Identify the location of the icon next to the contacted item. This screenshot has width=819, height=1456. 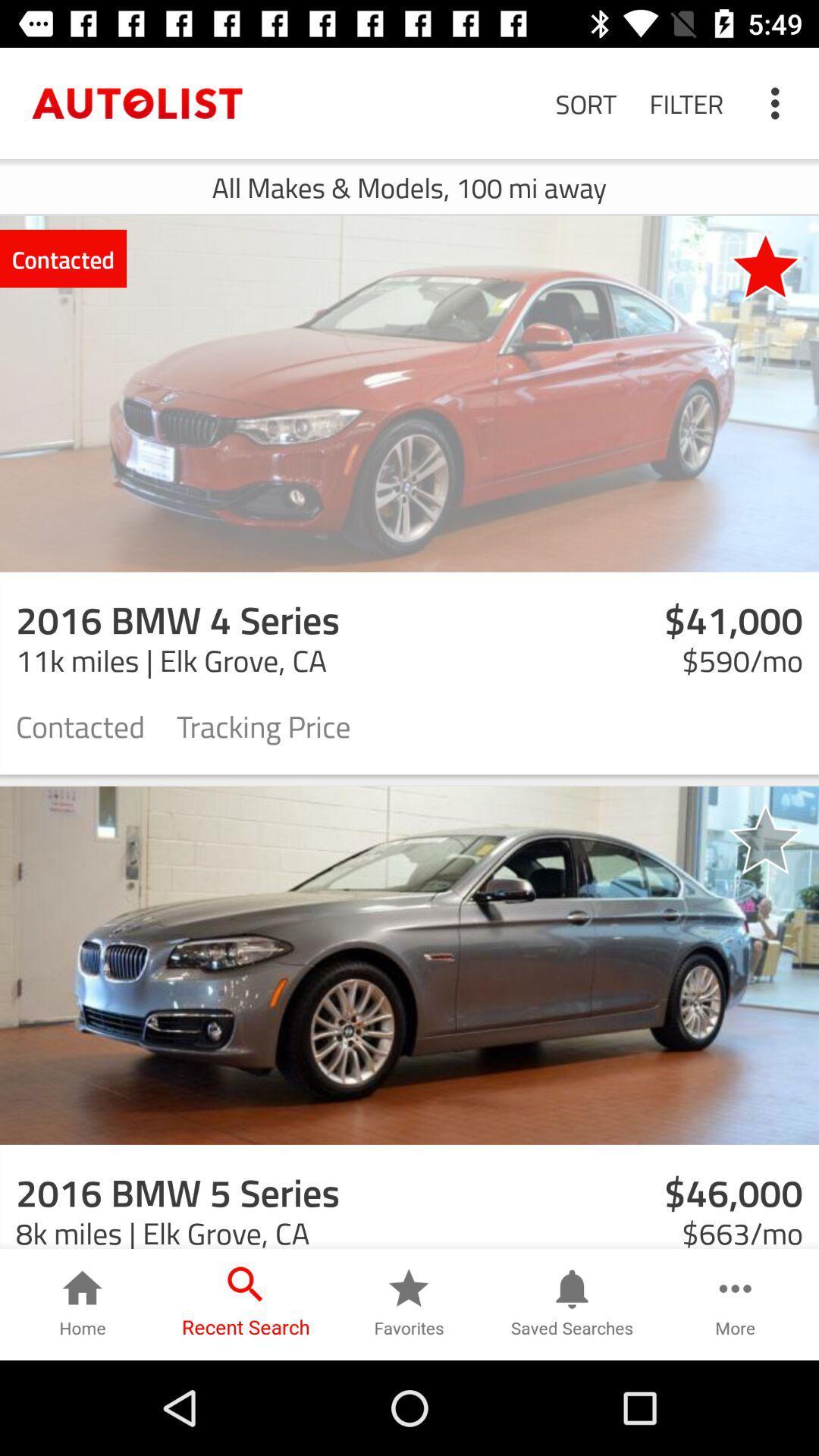
(765, 265).